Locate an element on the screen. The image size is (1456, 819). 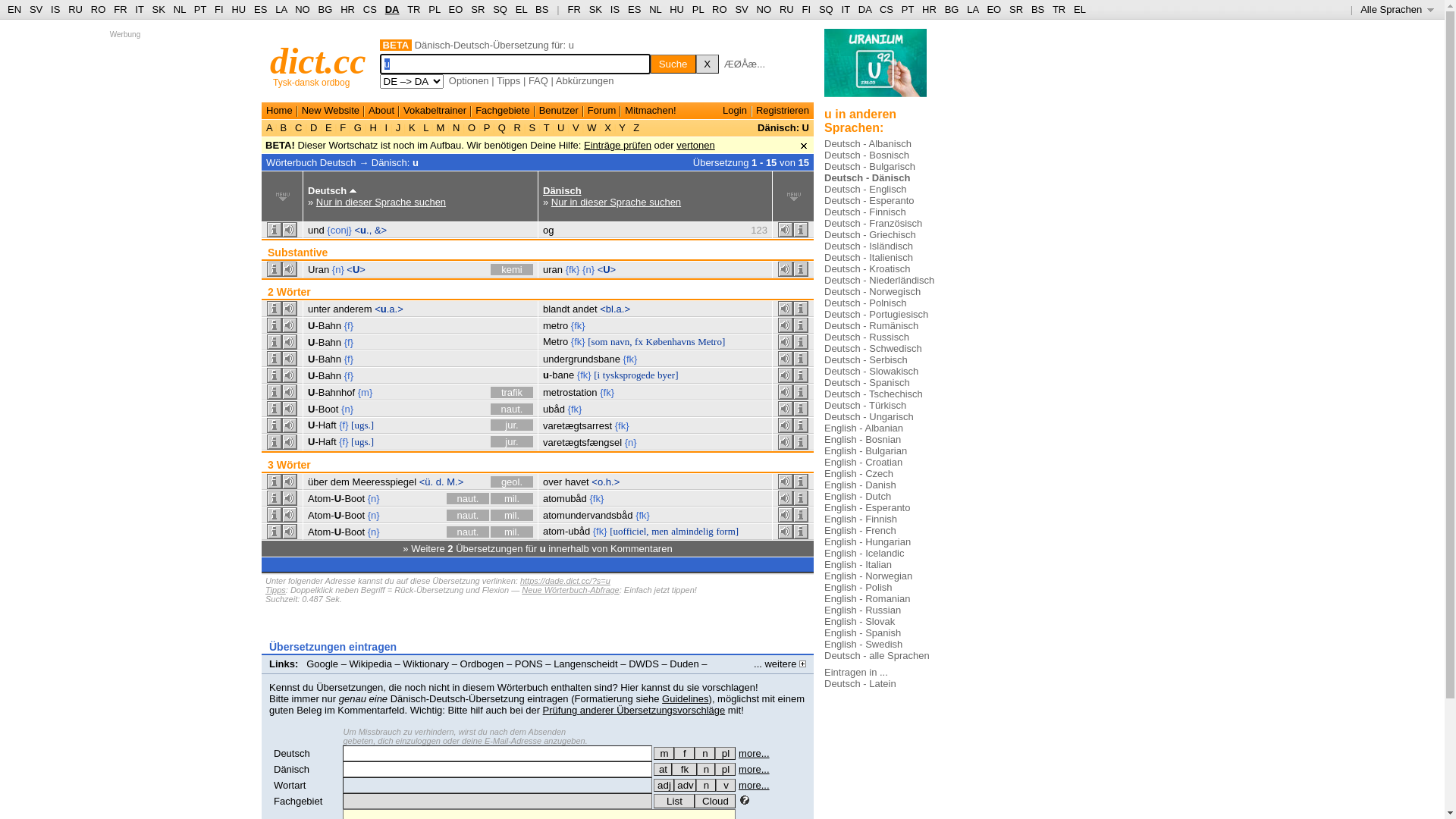
'English - Italian' is located at coordinates (858, 564).